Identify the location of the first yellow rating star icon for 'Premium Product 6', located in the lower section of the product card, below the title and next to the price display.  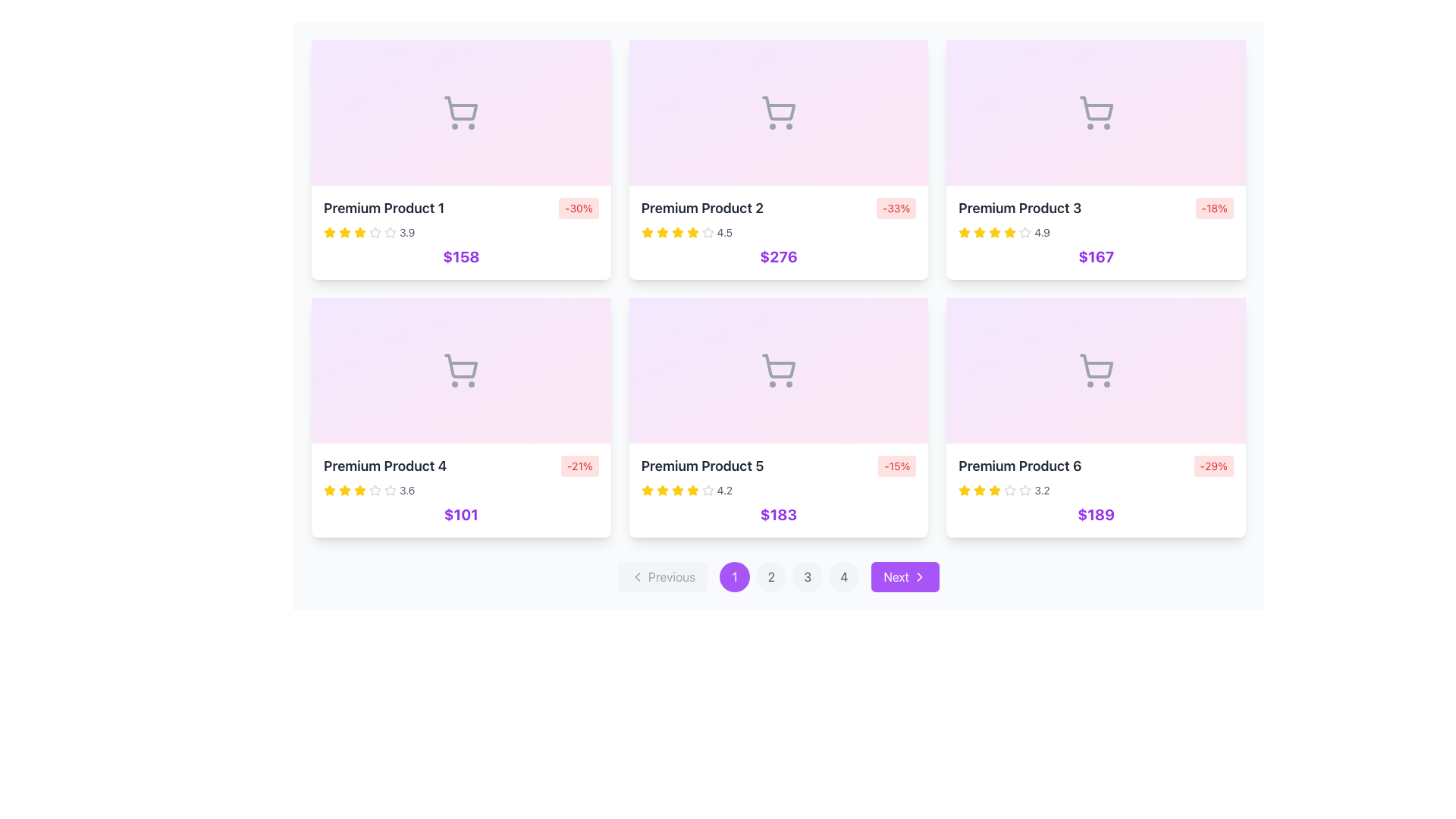
(995, 490).